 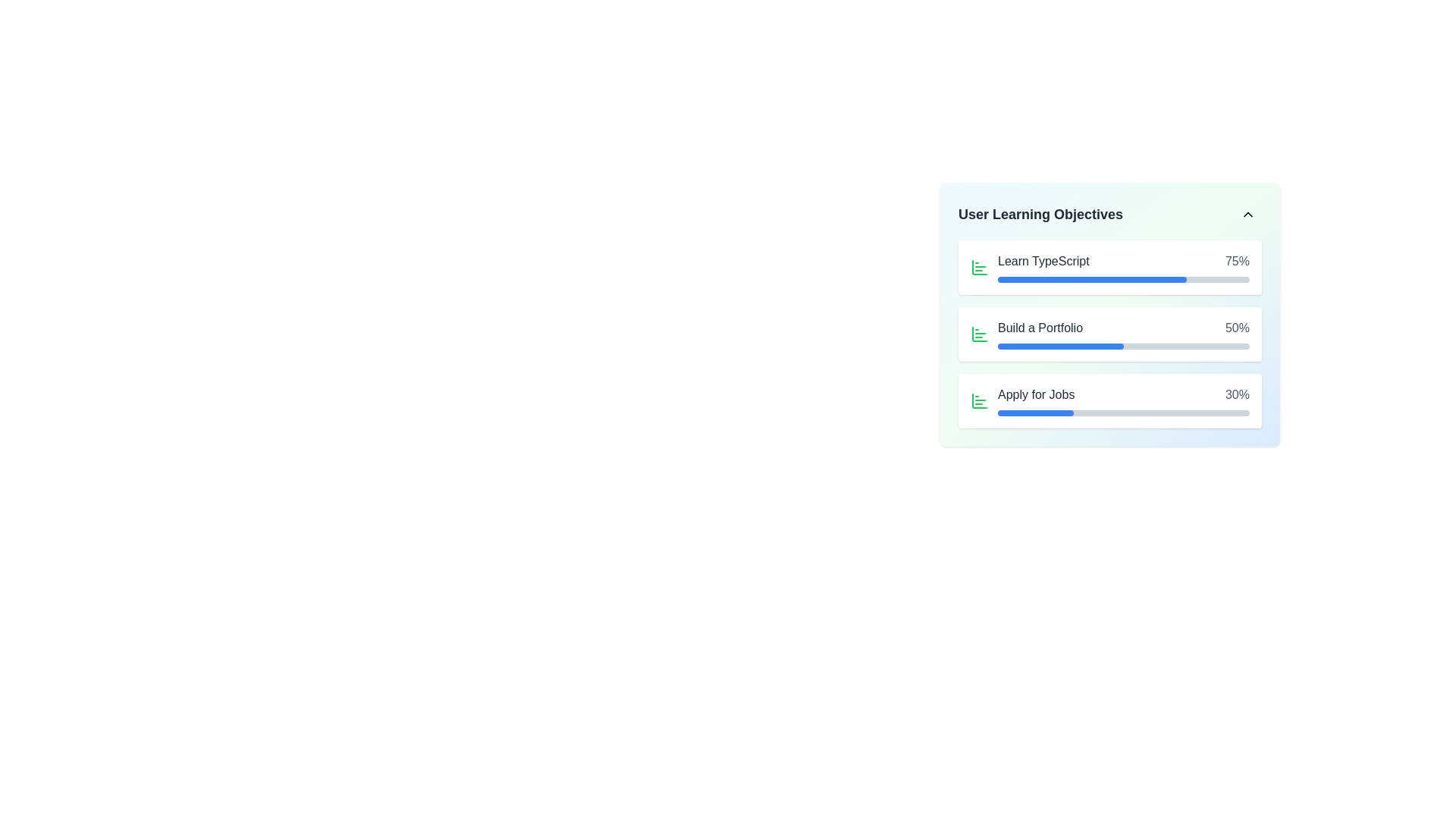 I want to click on the progress tracker for the task 'Apply for Jobs', so click(x=1124, y=400).